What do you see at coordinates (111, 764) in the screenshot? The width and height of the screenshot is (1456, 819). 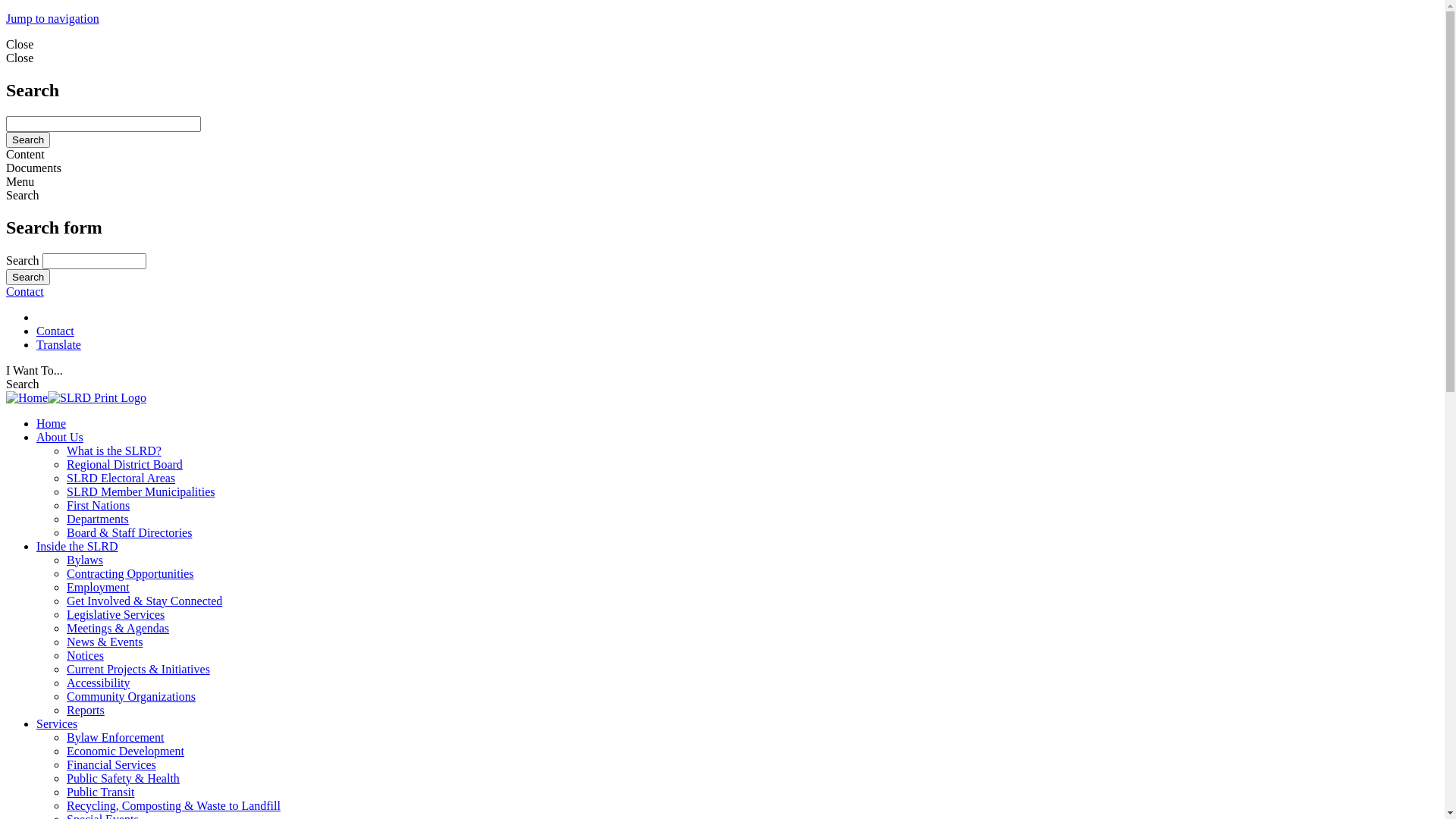 I see `'Financial Services'` at bounding box center [111, 764].